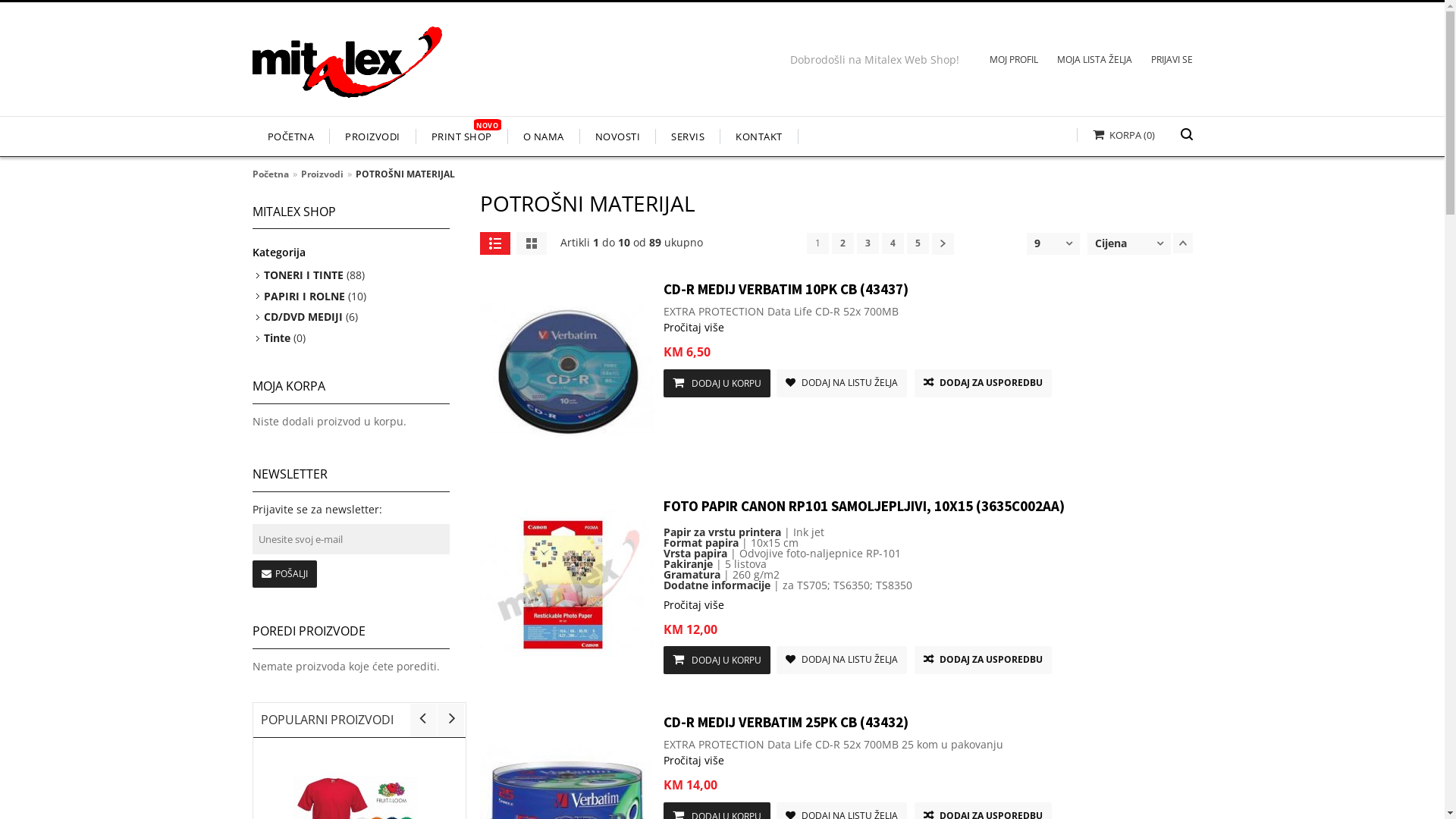 The width and height of the screenshot is (1456, 819). What do you see at coordinates (971, 61) in the screenshot?
I see `'MOJ PROFIL'` at bounding box center [971, 61].